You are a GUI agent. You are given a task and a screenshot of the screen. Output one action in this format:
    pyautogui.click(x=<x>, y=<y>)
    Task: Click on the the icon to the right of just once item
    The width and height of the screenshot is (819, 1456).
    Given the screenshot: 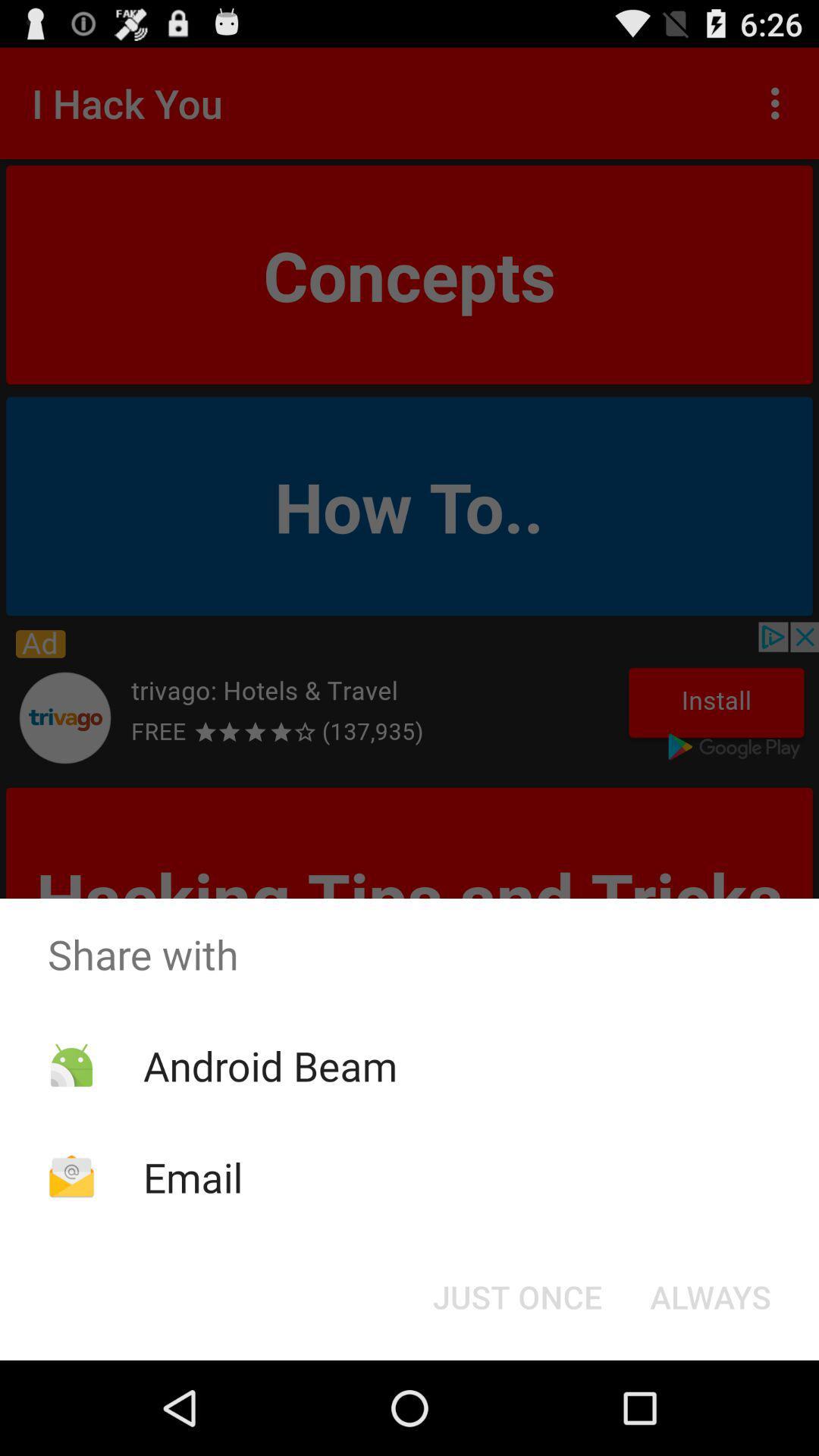 What is the action you would take?
    pyautogui.click(x=711, y=1295)
    